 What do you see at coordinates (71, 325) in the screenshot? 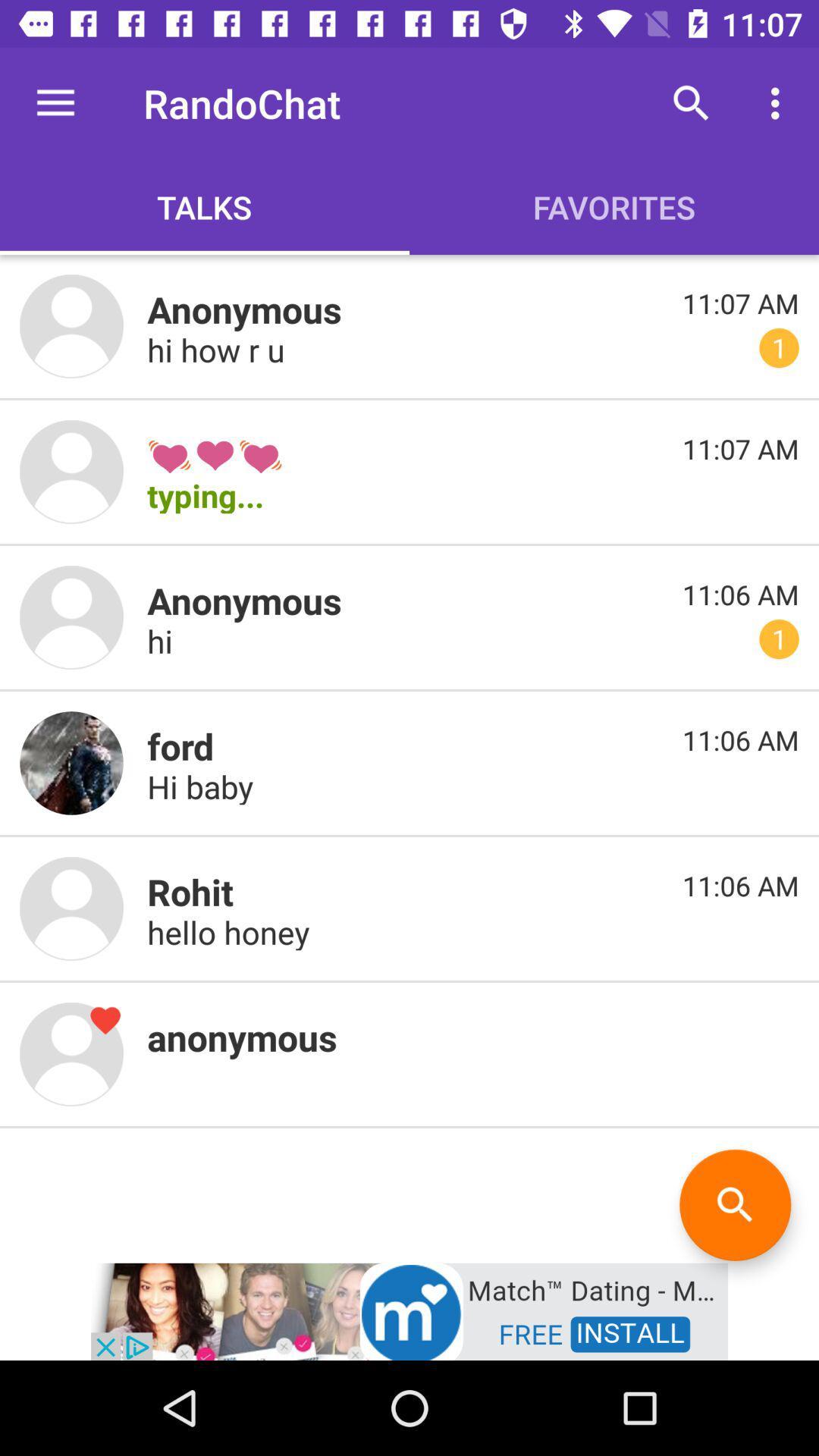
I see `see photo` at bounding box center [71, 325].